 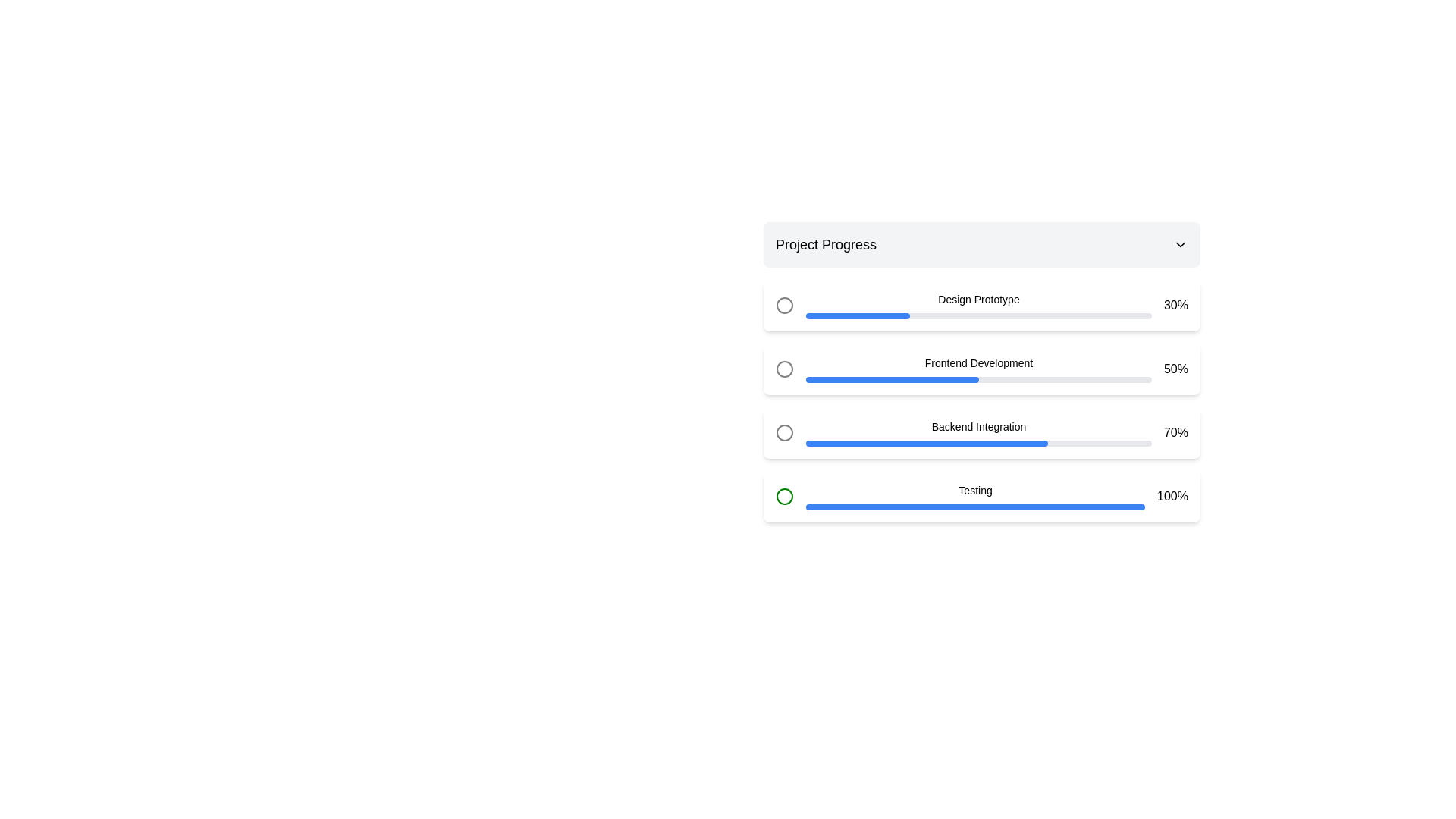 I want to click on the text label reading 'Frontend Development', which is the second label in the vertical list of progress items in the 'Project Progress' section, located above a blue progress bar, so click(x=979, y=362).